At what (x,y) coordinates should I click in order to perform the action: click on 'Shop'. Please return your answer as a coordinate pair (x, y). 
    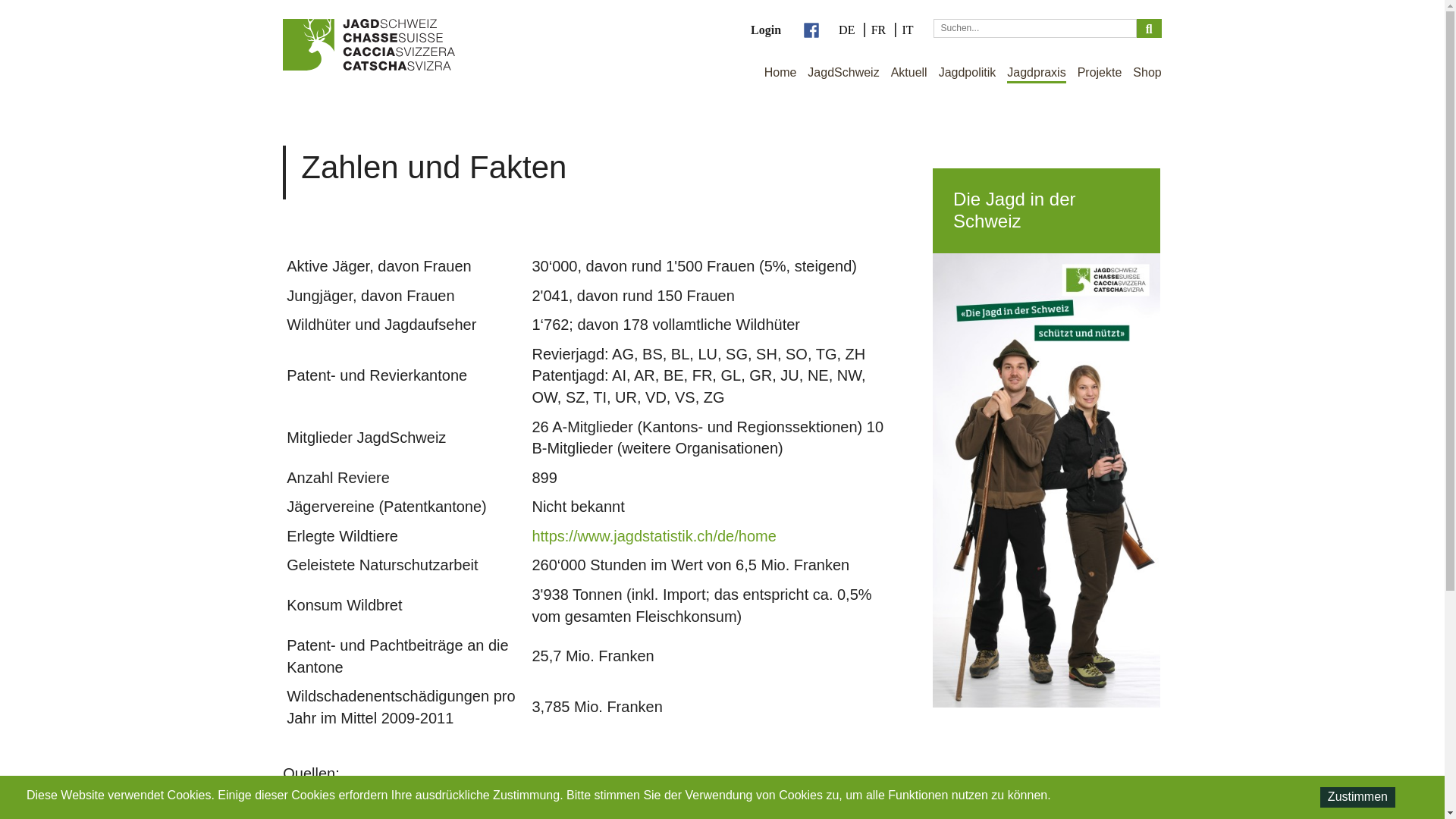
    Looking at the image, I should click on (1147, 74).